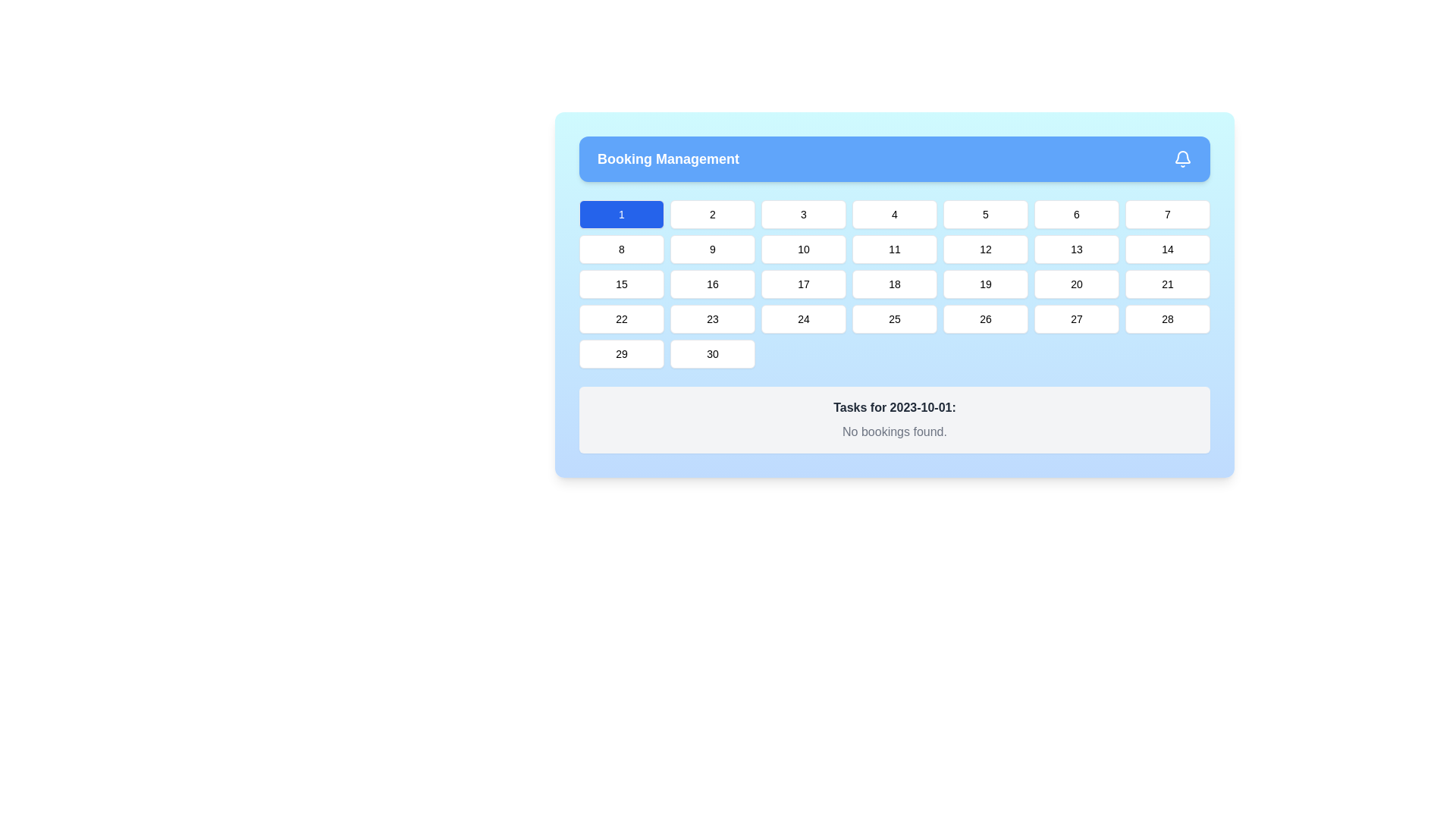 The height and width of the screenshot is (819, 1456). What do you see at coordinates (622, 318) in the screenshot?
I see `the button representing the date '22' in the fourth row and first column of the grid layout for additional interaction or visual feedback` at bounding box center [622, 318].